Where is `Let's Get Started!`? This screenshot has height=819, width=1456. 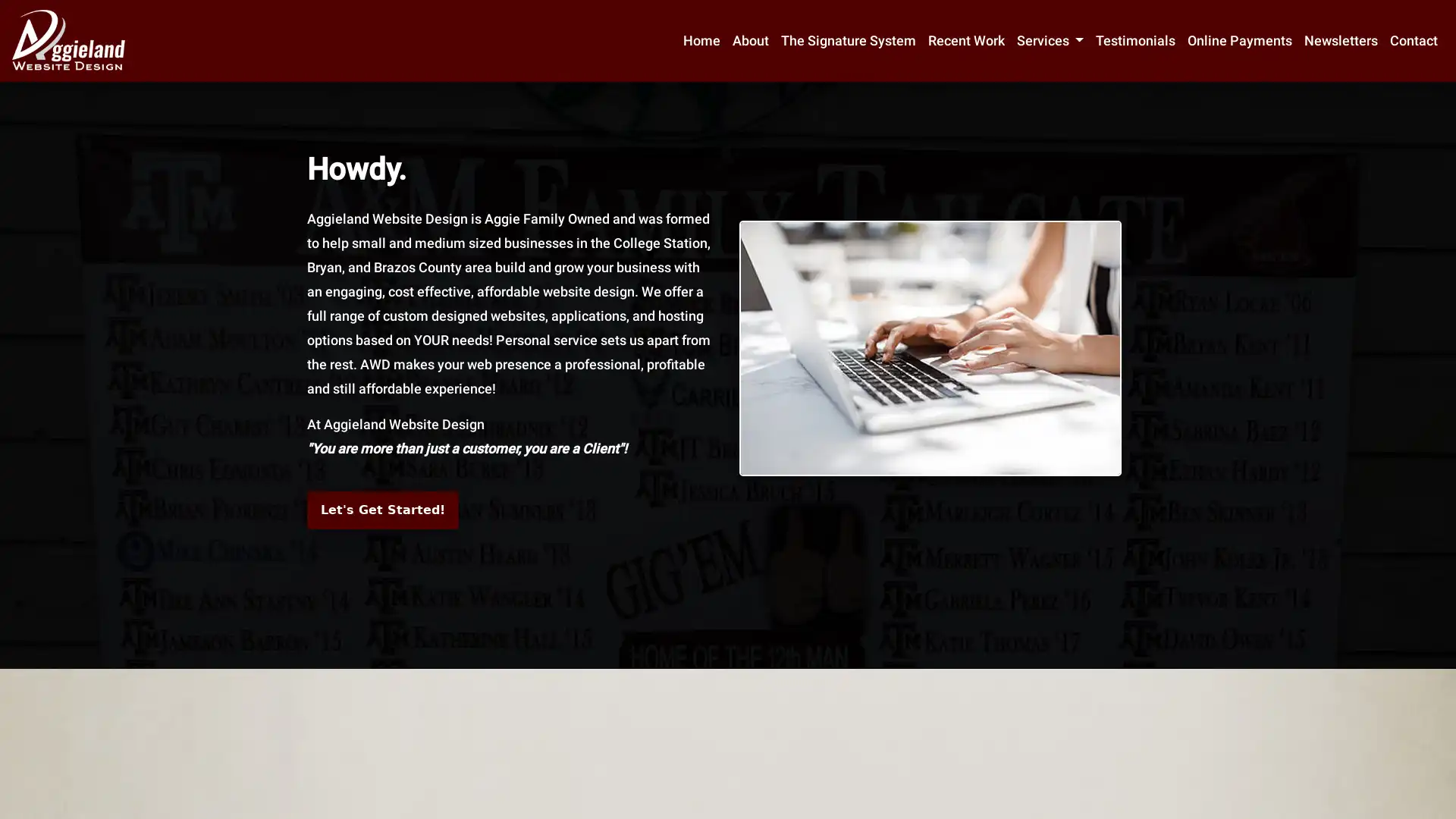
Let's Get Started! is located at coordinates (382, 510).